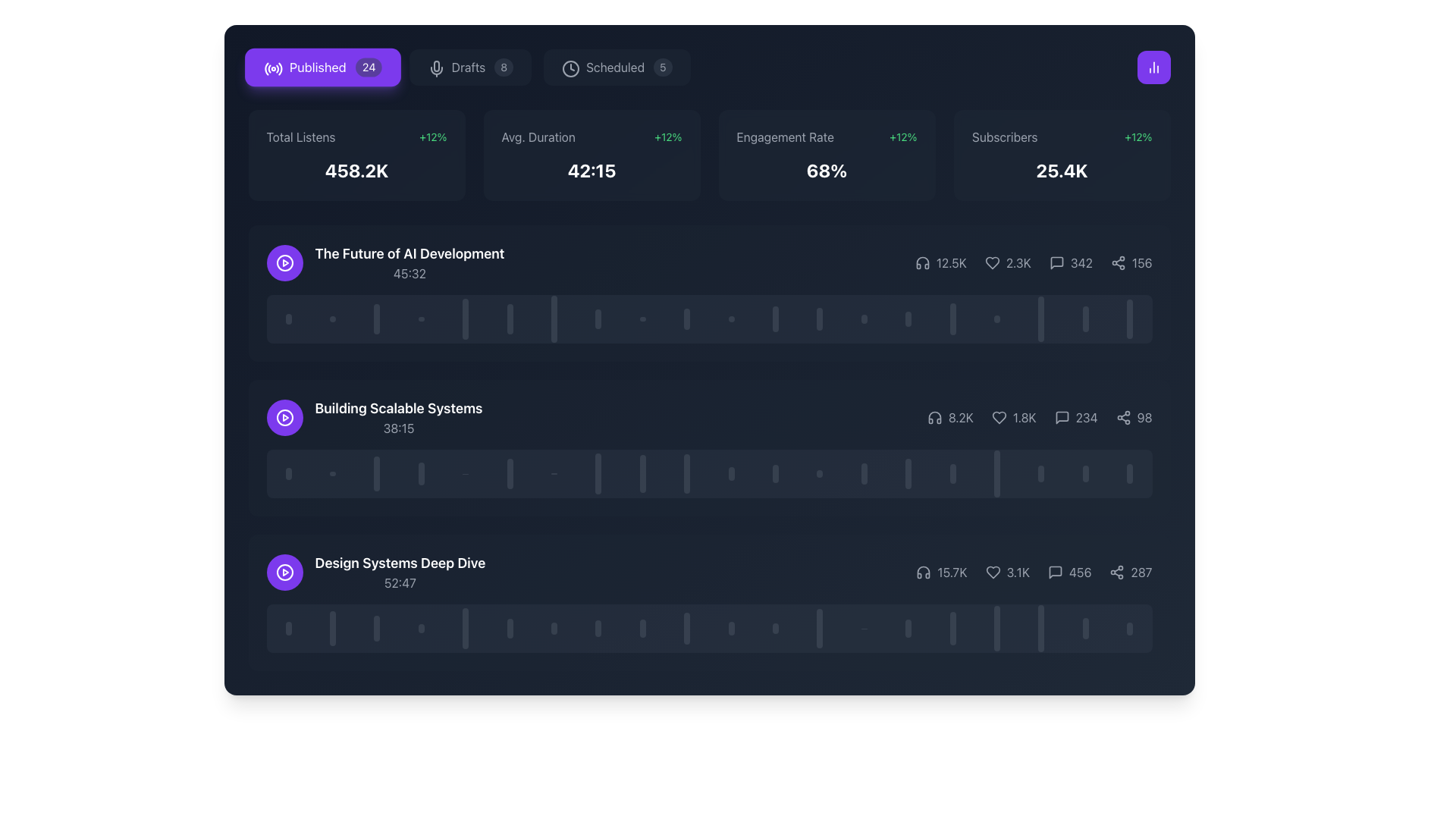  What do you see at coordinates (465, 629) in the screenshot?
I see `the fifth vertical line in the histogram-like component within the 'Design Systems Deep Dive' multimedia block, which has a grayish hue and rounded ends` at bounding box center [465, 629].